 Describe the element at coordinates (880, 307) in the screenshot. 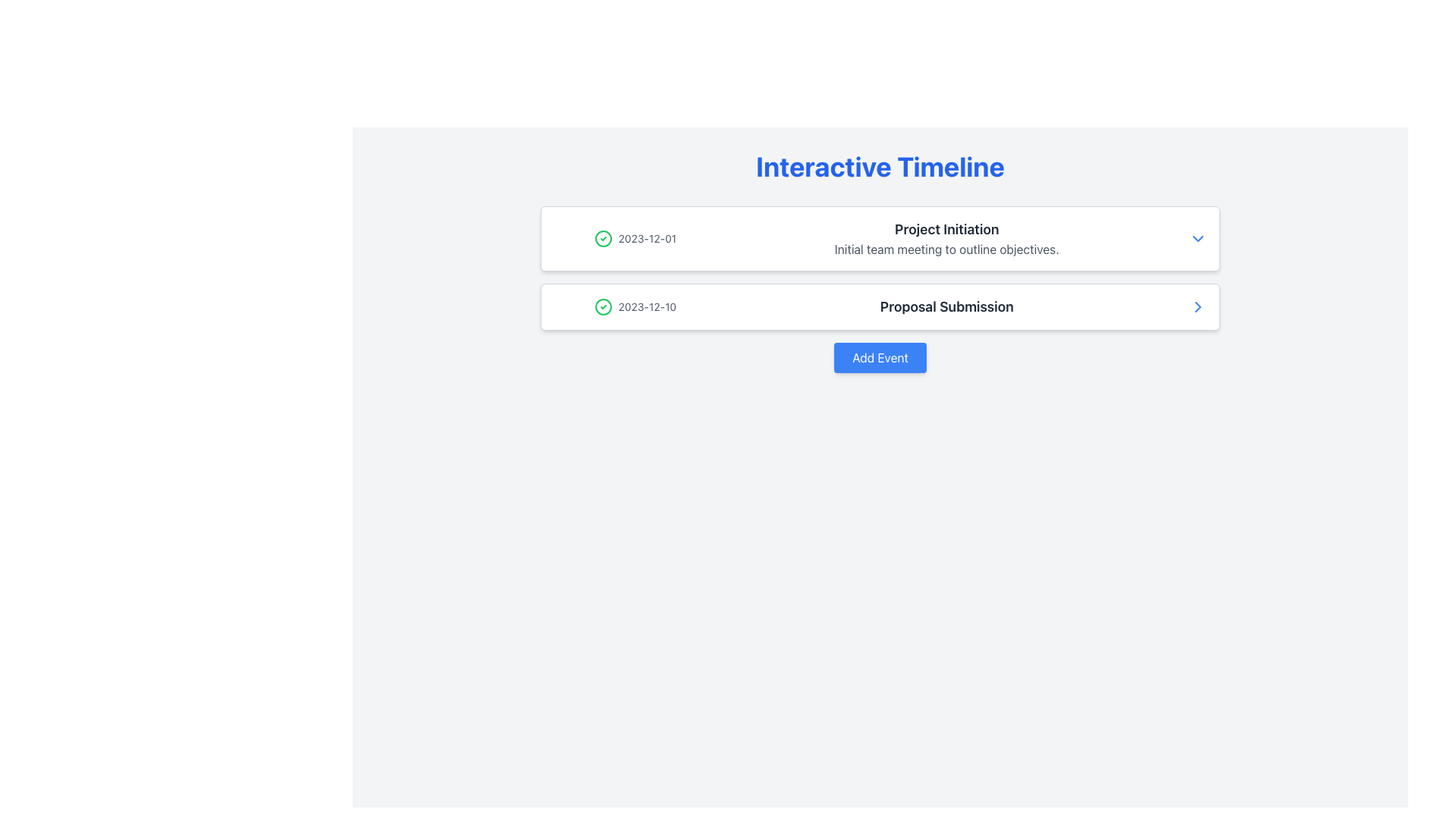

I see `the Event List Item displaying '2023-12-10' with a green check icon and 'Proposal Submission' in bold, located in the second row of the event list` at that location.